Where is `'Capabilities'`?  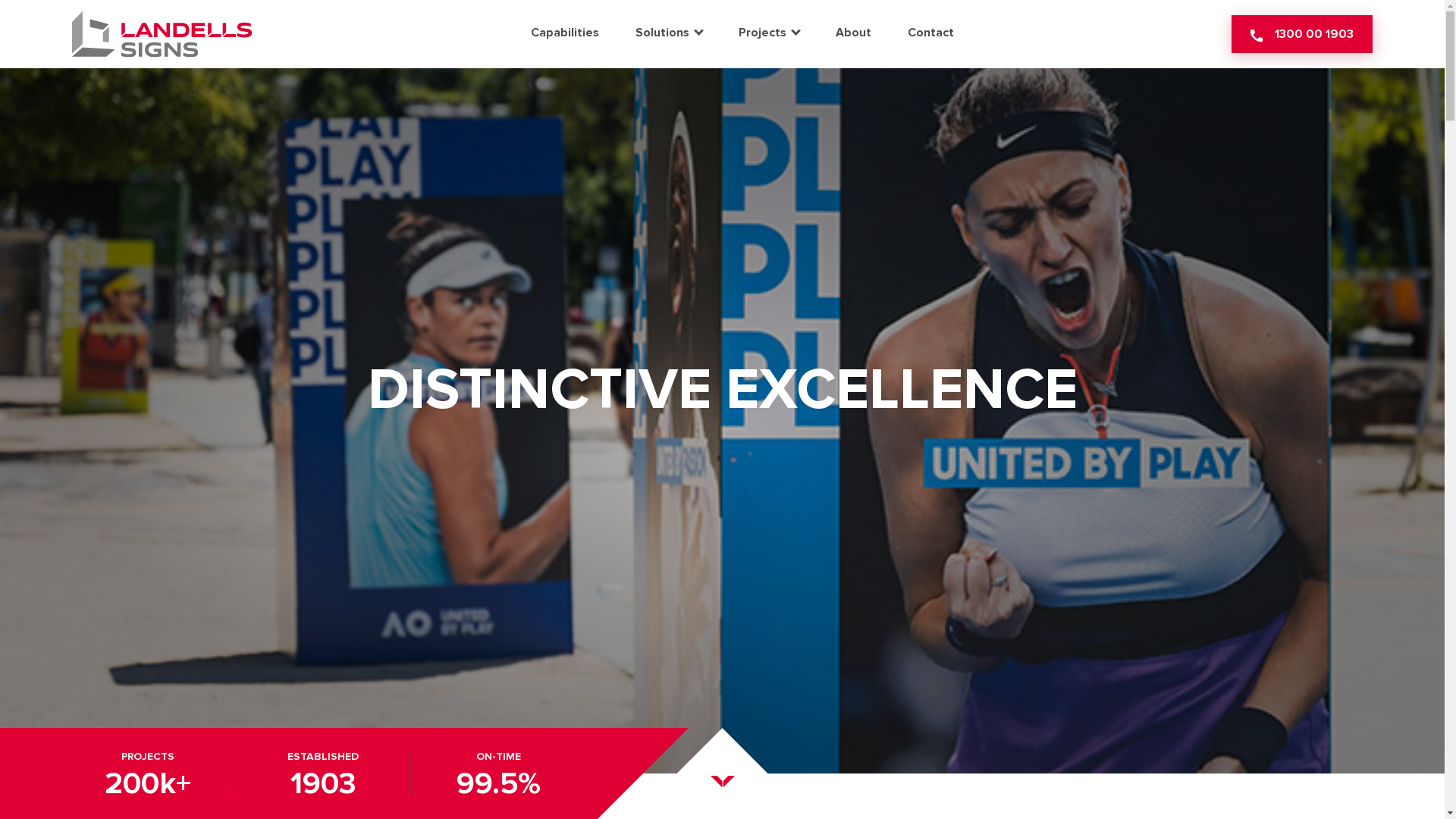
'Capabilities' is located at coordinates (531, 34).